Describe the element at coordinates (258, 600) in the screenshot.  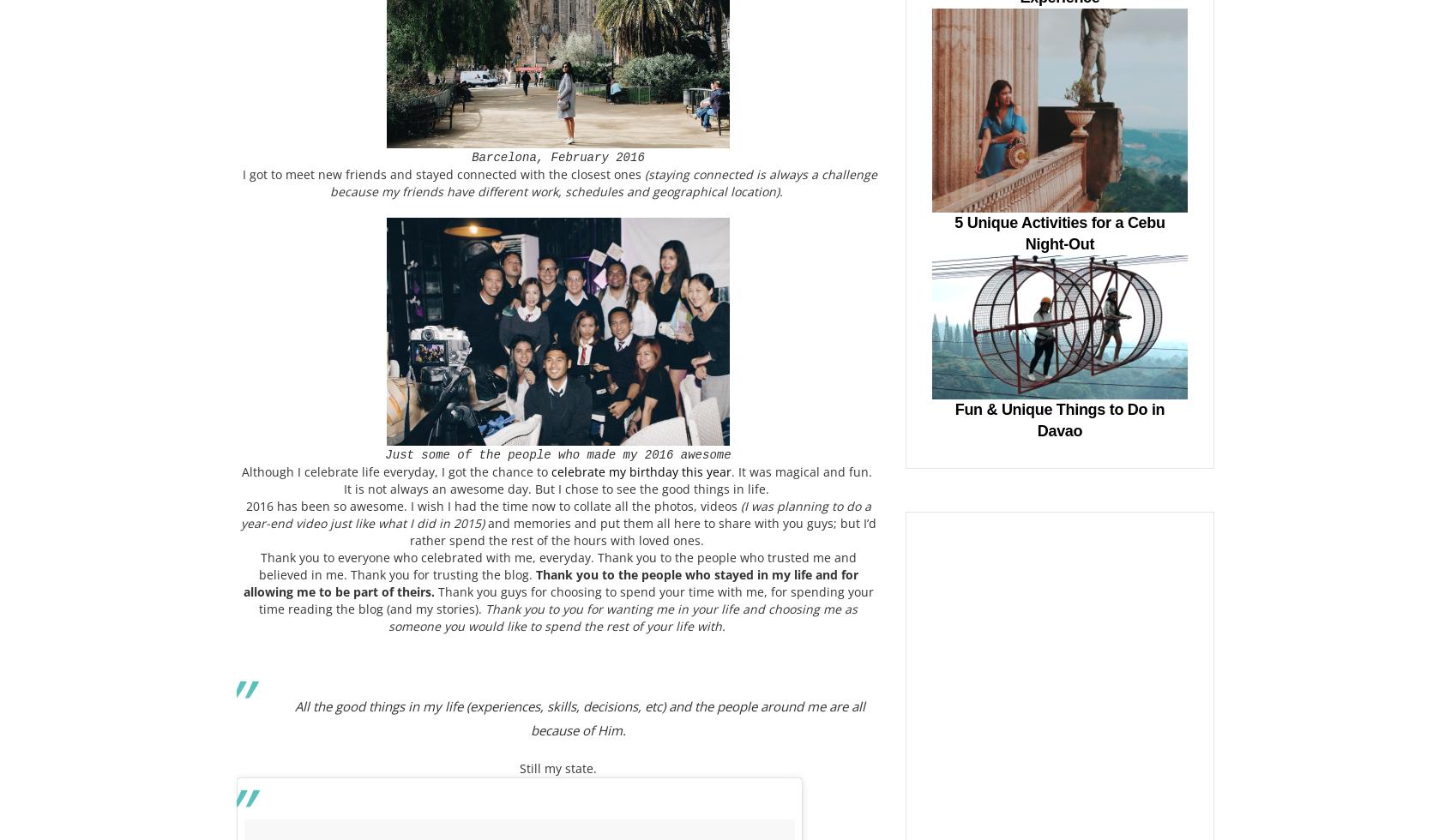
I see `'Thank you guys for choosing to spend your time with me, for spending your time reading the blog (and my stories).'` at that location.